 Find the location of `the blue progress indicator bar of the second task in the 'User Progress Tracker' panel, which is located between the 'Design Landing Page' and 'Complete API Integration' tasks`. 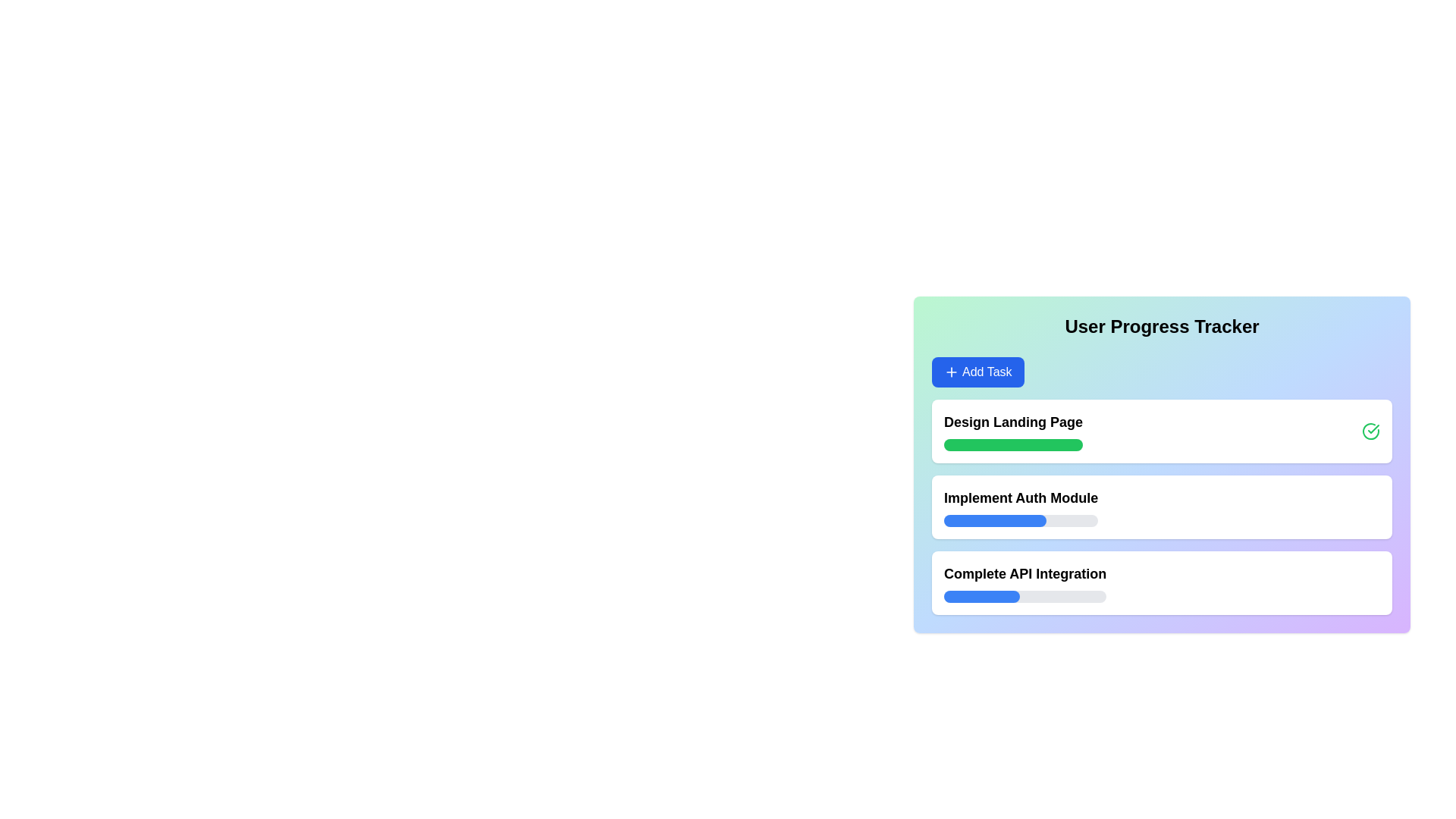

the blue progress indicator bar of the second task in the 'User Progress Tracker' panel, which is located between the 'Design Landing Page' and 'Complete API Integration' tasks is located at coordinates (993, 519).